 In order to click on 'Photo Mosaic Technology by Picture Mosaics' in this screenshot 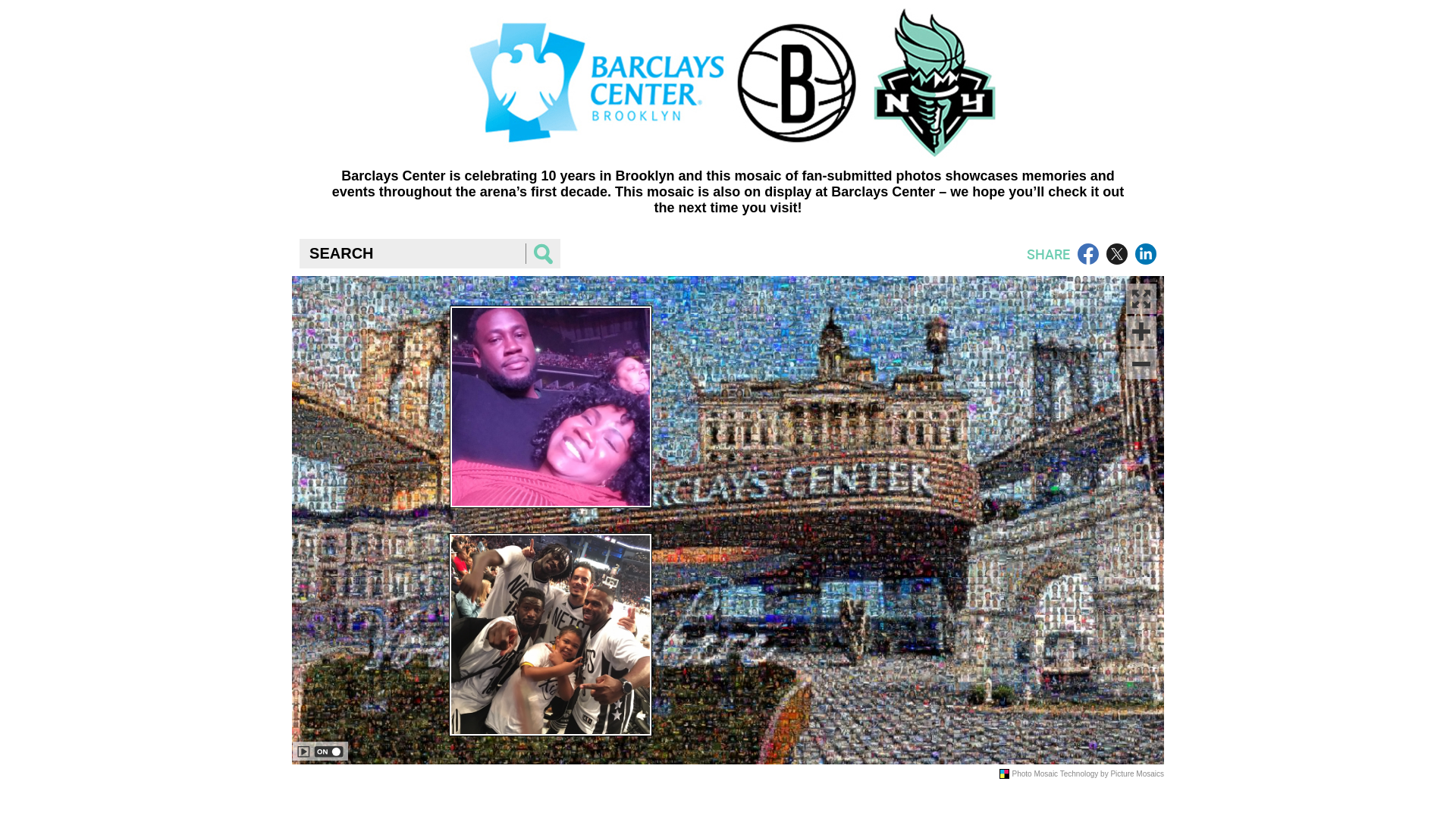, I will do `click(1087, 773)`.